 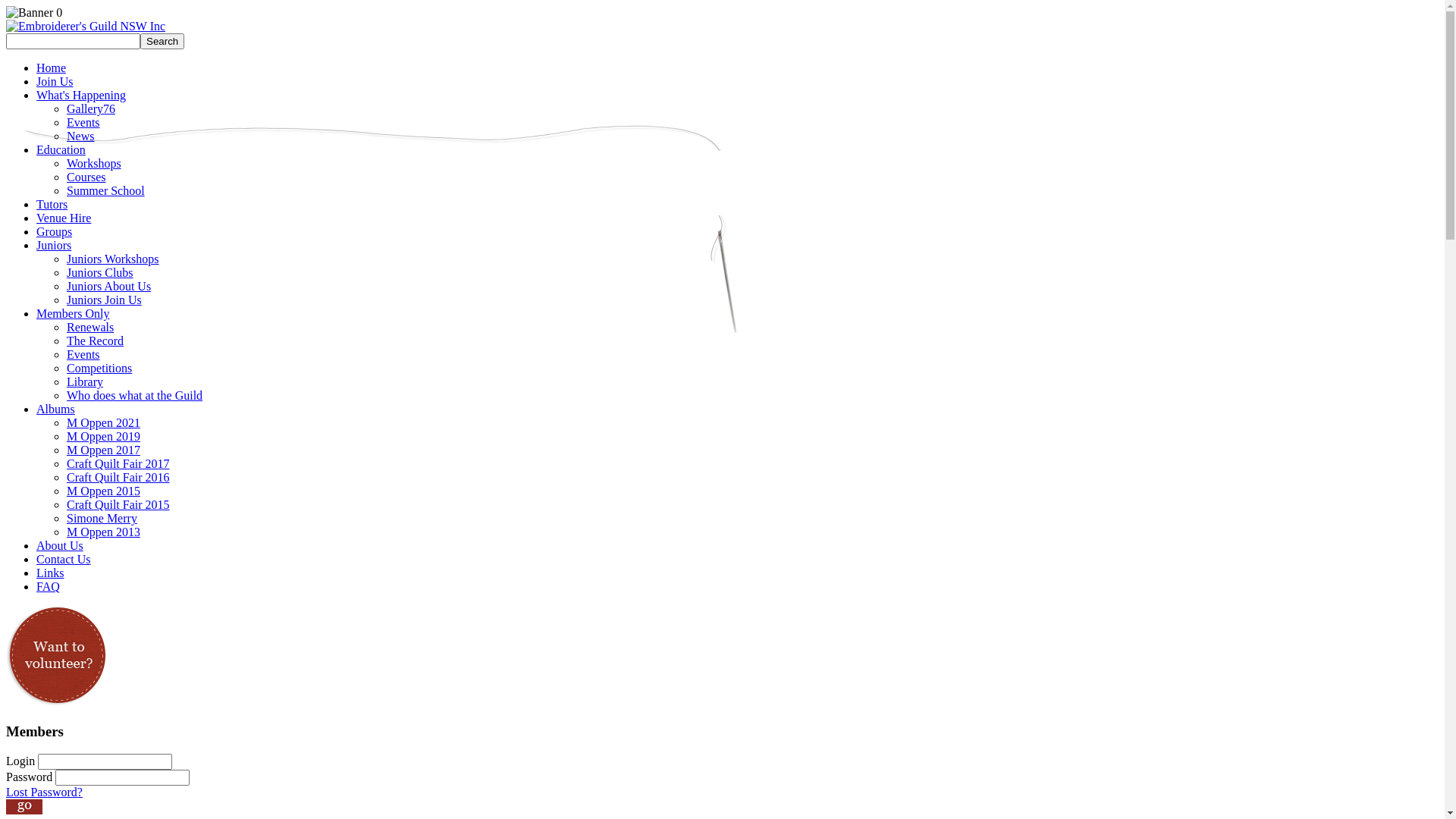 I want to click on 'FAQ', so click(x=36, y=585).